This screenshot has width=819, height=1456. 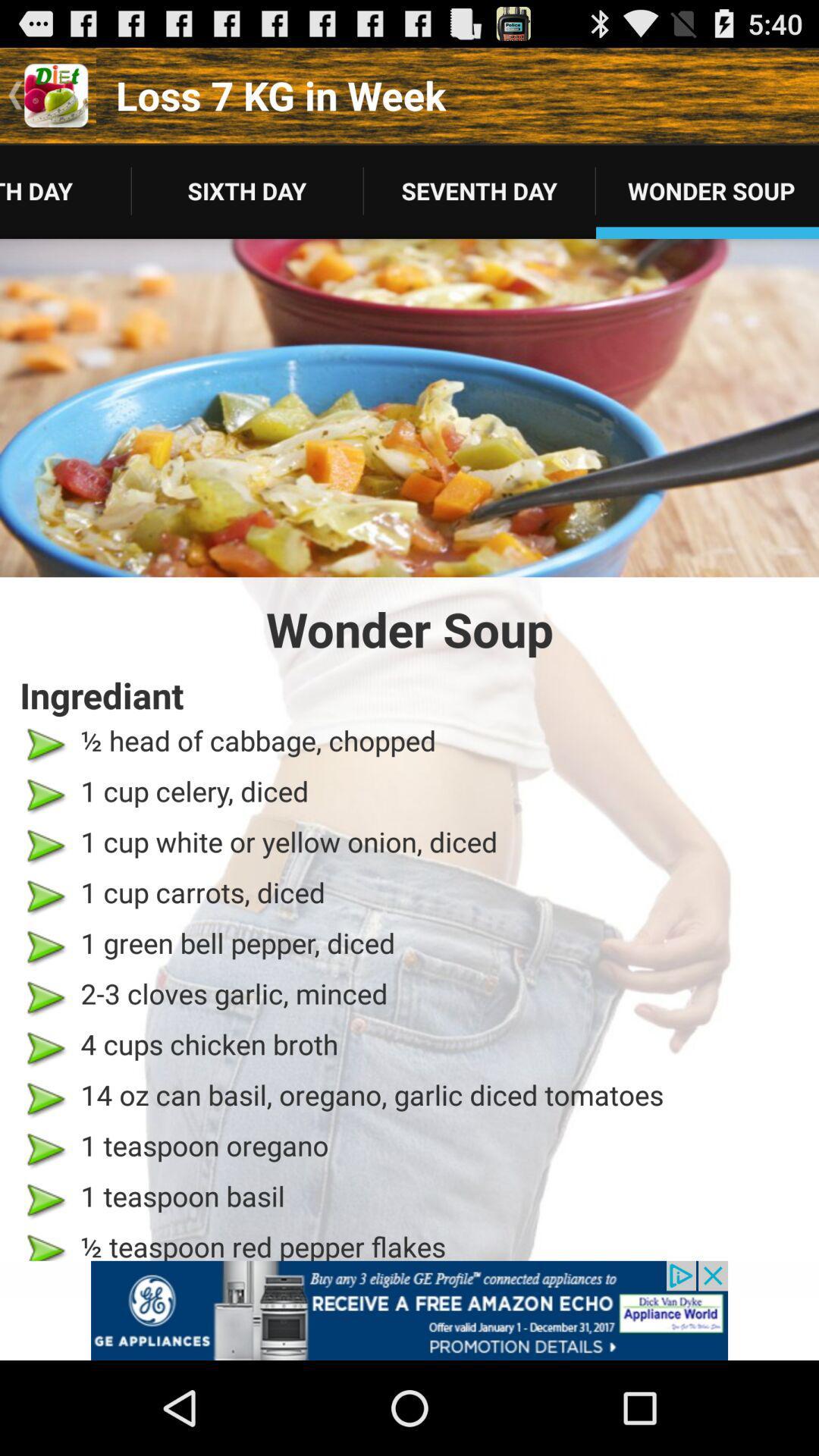 I want to click on the last arrow icon, so click(x=44, y=1243).